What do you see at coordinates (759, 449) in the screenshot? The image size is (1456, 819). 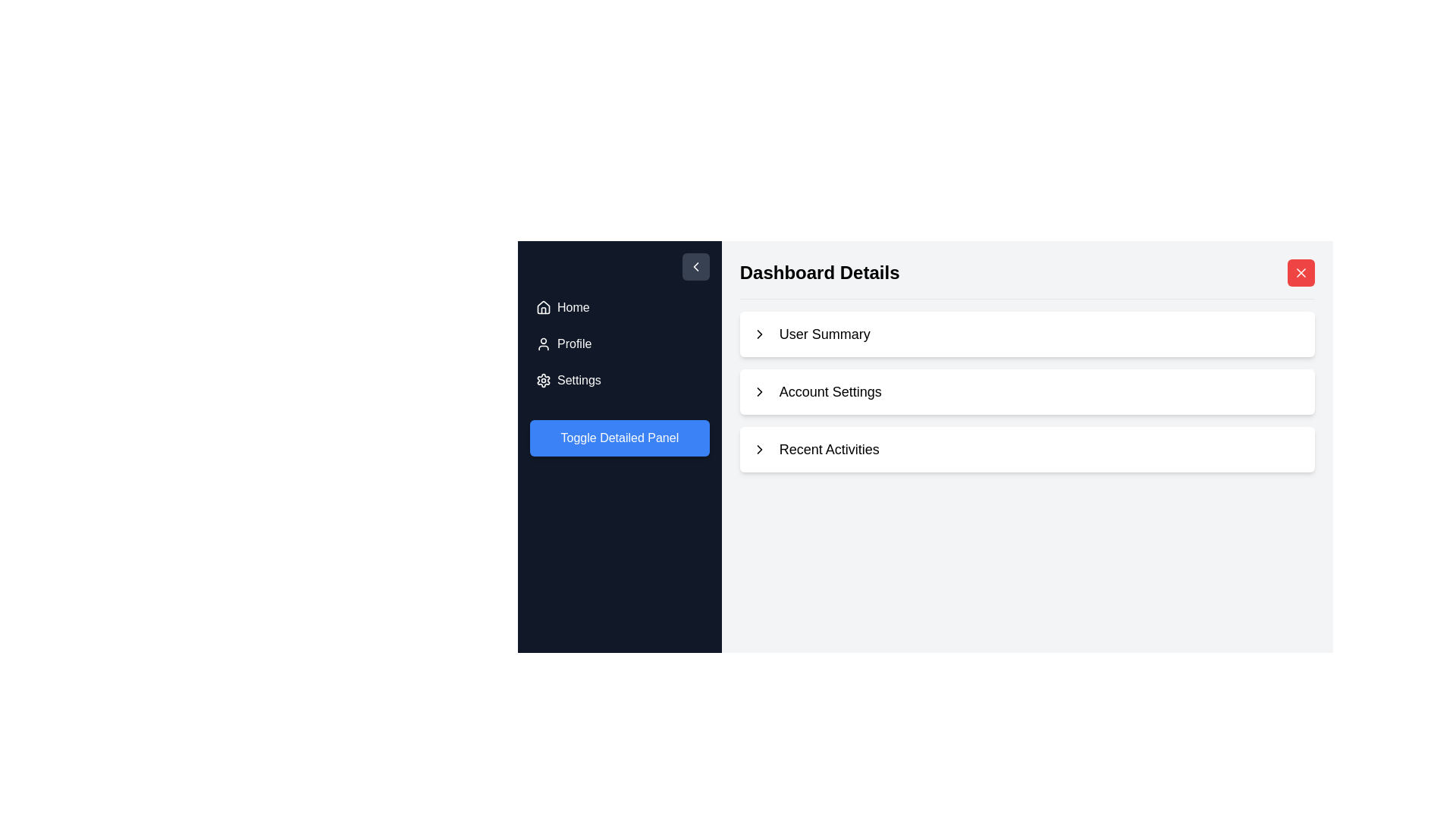 I see `the right-pointing chevron icon located near the 'Recent Activities' label in the third item of the list on the right panel for keyboard navigation` at bounding box center [759, 449].